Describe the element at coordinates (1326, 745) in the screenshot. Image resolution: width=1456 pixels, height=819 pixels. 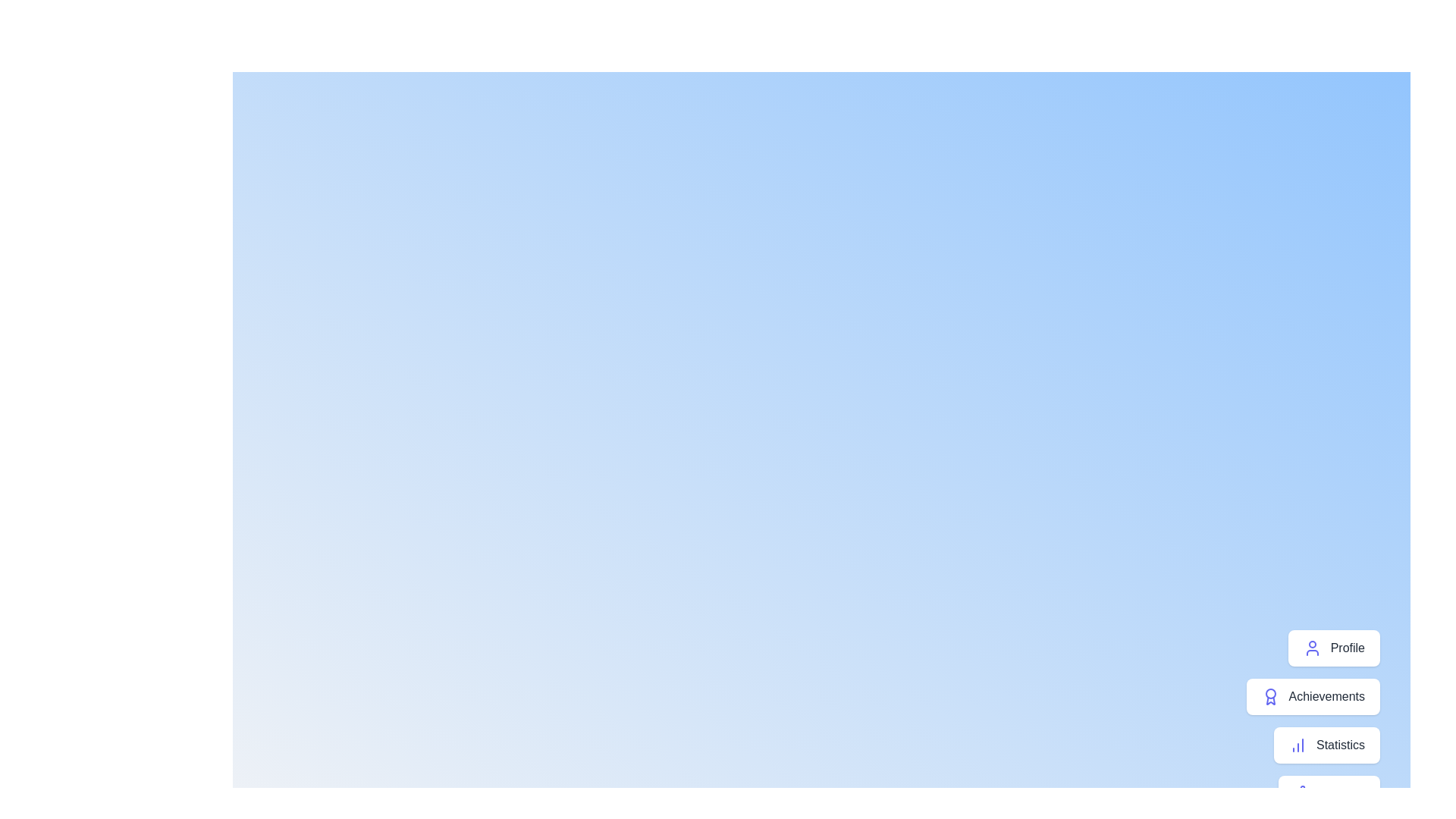
I see `the 'Statistics' button to select it` at that location.